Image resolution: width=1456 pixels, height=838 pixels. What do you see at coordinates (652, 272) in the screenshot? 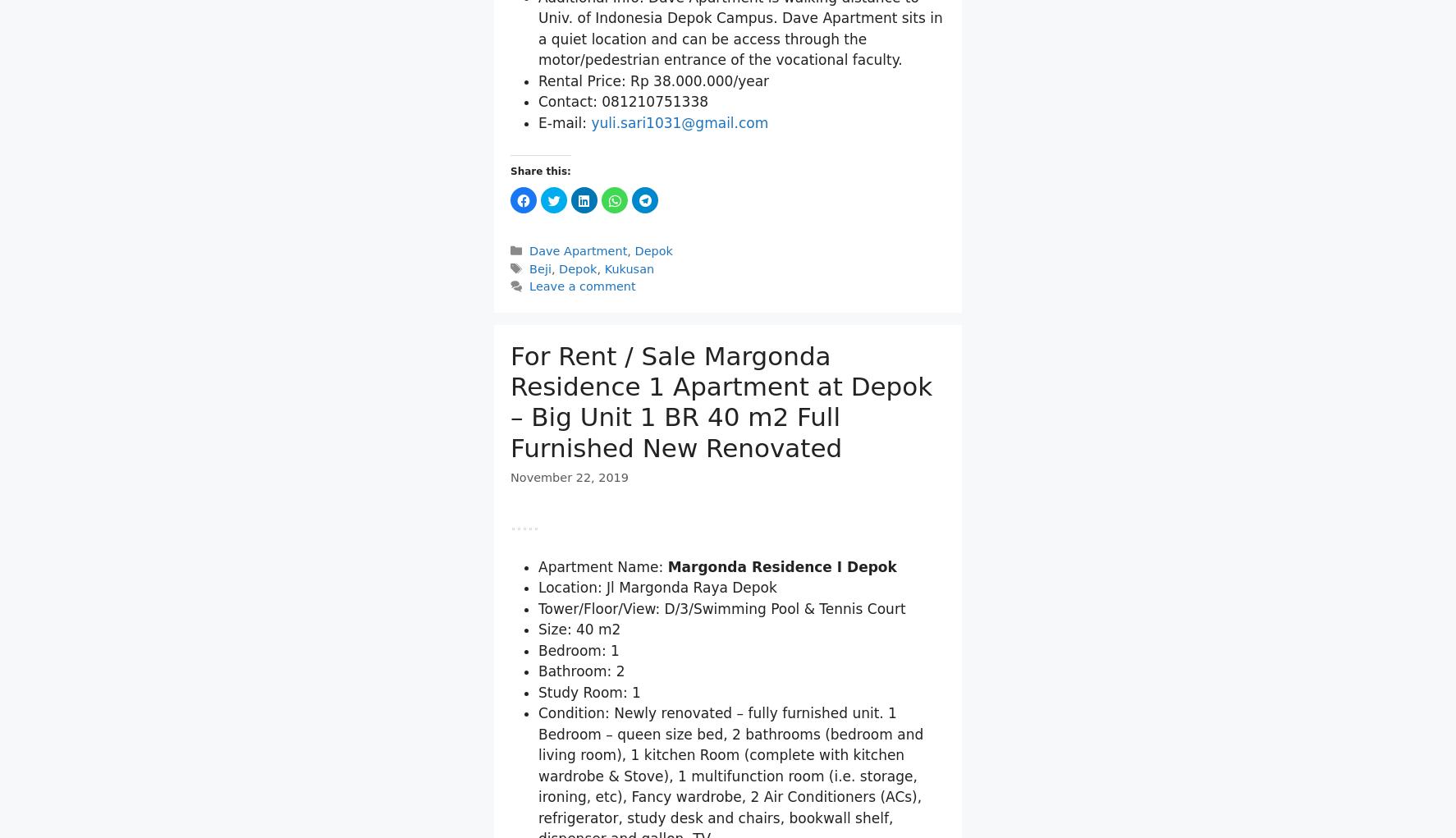
I see `'Rental Price: Rp 38.000.000/year'` at bounding box center [652, 272].